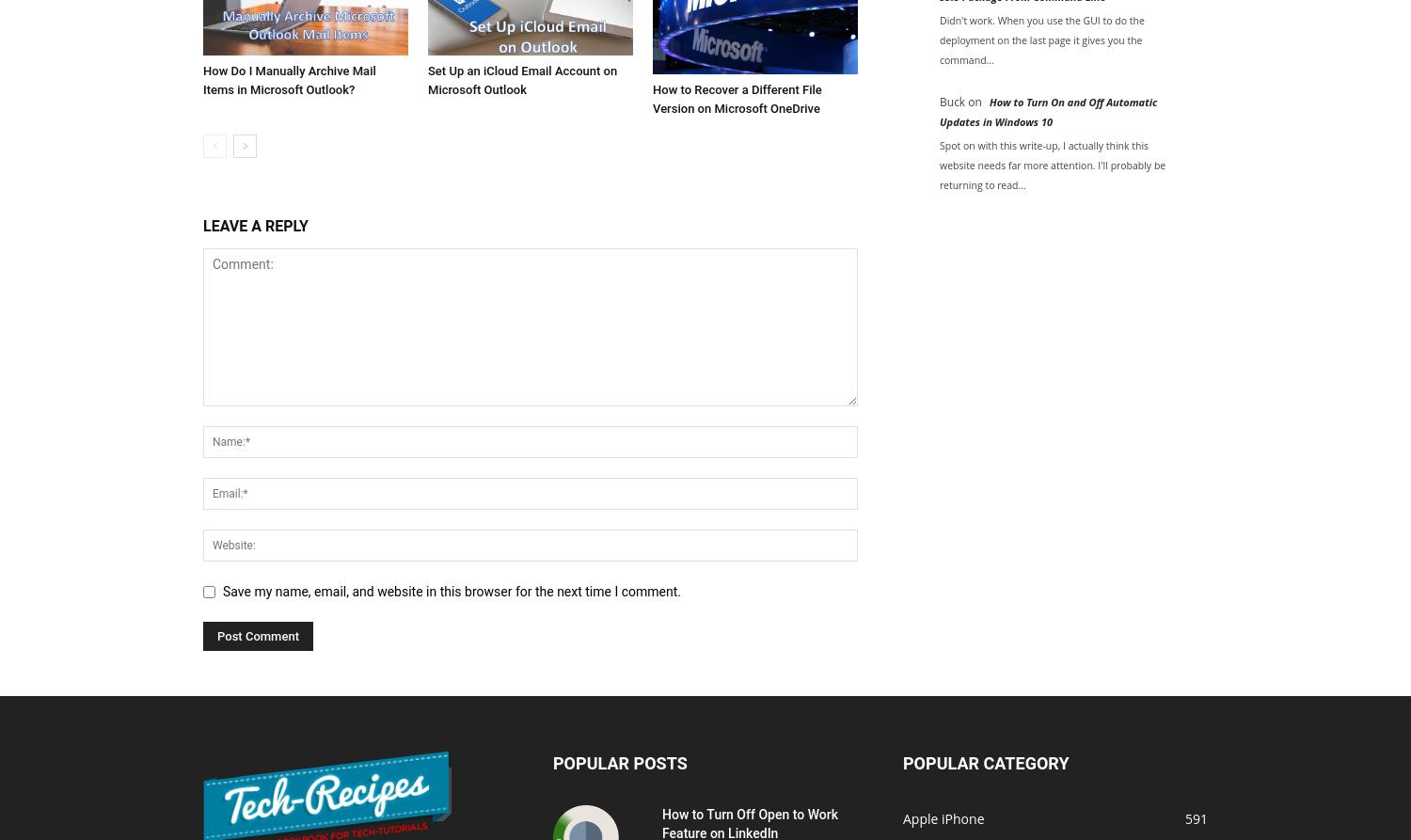 The image size is (1411, 840). Describe the element at coordinates (975, 102) in the screenshot. I see `'on'` at that location.